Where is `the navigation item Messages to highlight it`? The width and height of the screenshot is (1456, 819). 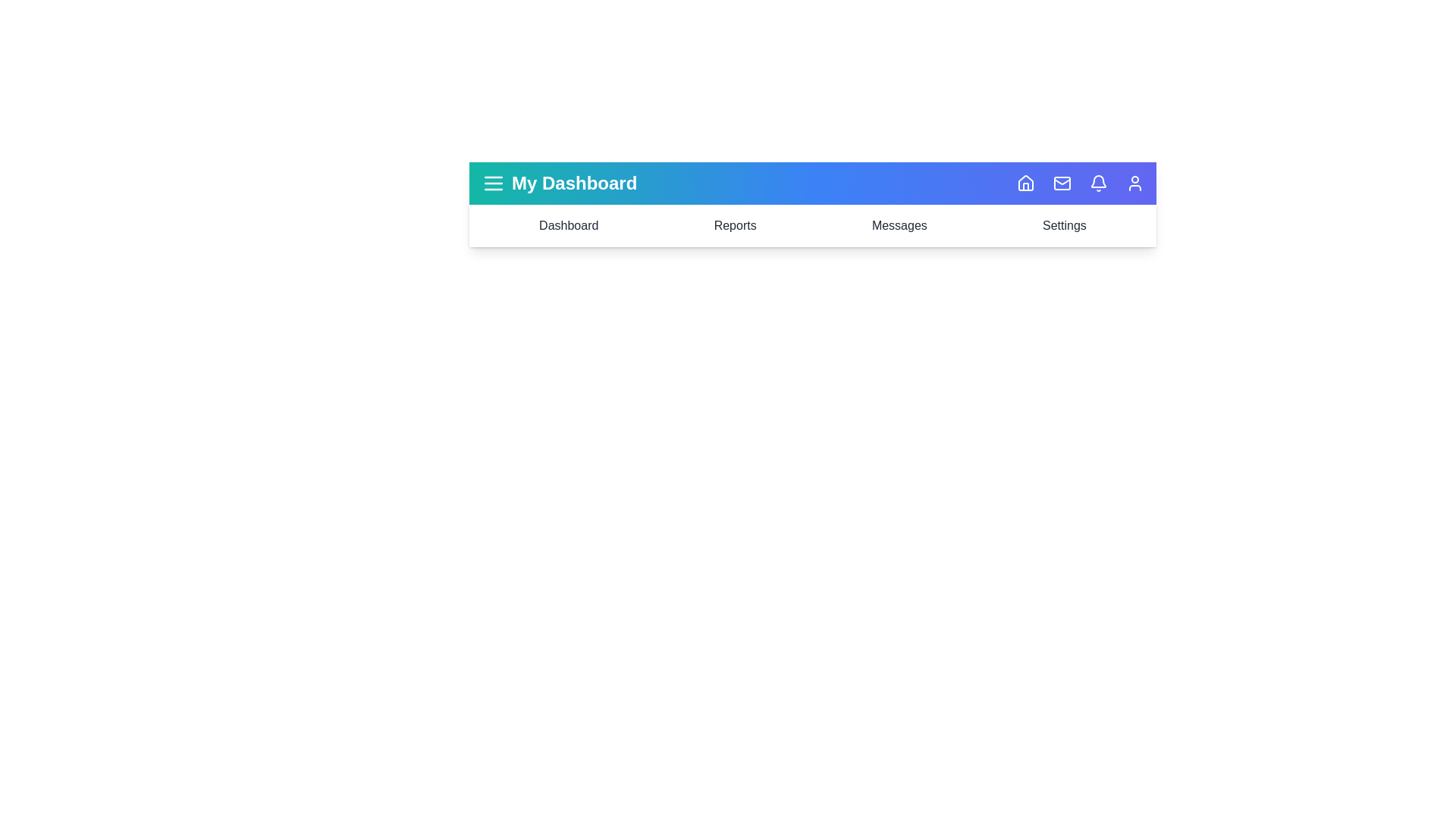
the navigation item Messages to highlight it is located at coordinates (899, 225).